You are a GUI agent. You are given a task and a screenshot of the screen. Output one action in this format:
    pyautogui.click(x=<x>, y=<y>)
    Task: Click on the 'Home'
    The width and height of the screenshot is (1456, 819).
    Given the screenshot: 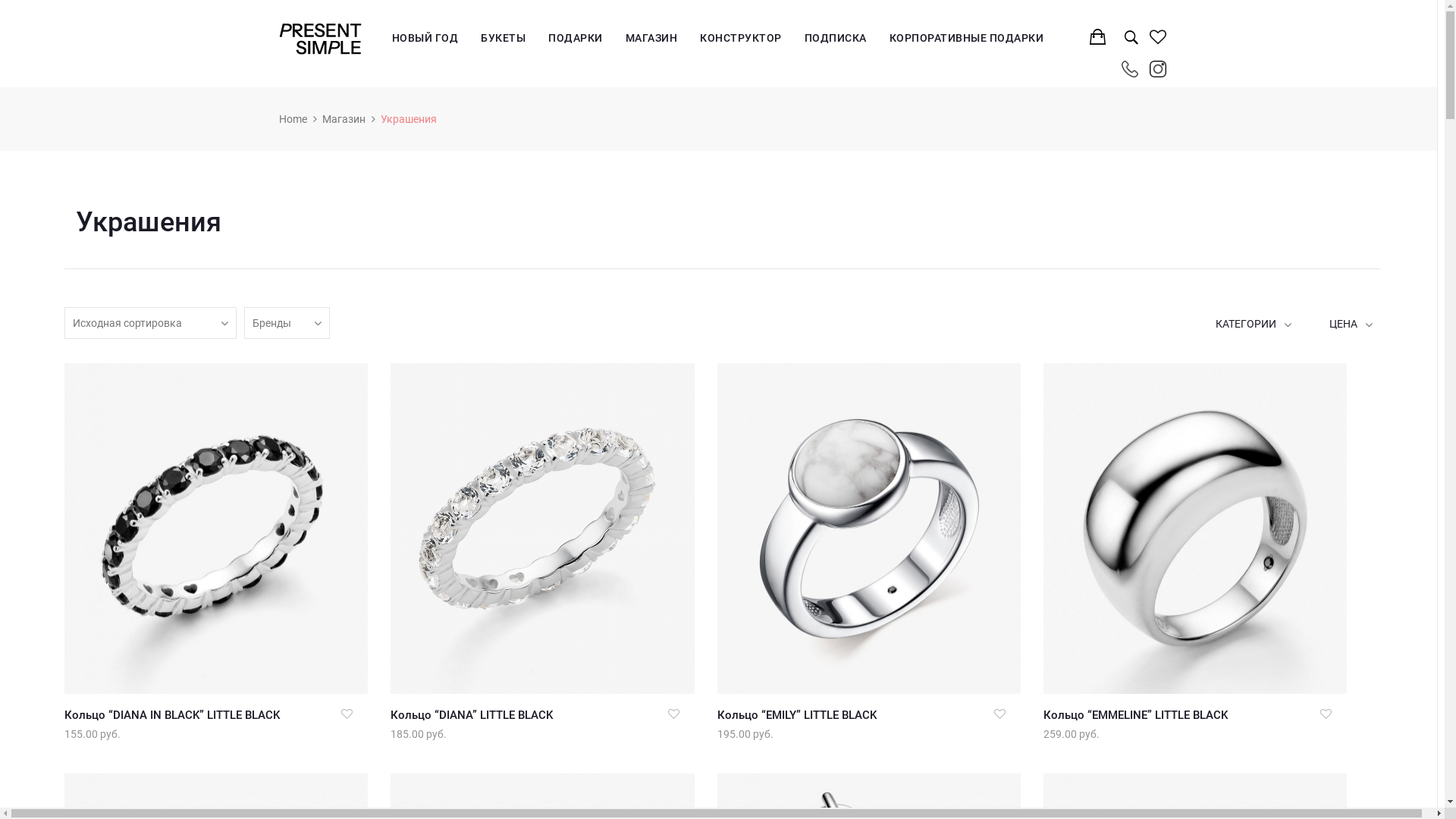 What is the action you would take?
    pyautogui.click(x=293, y=118)
    